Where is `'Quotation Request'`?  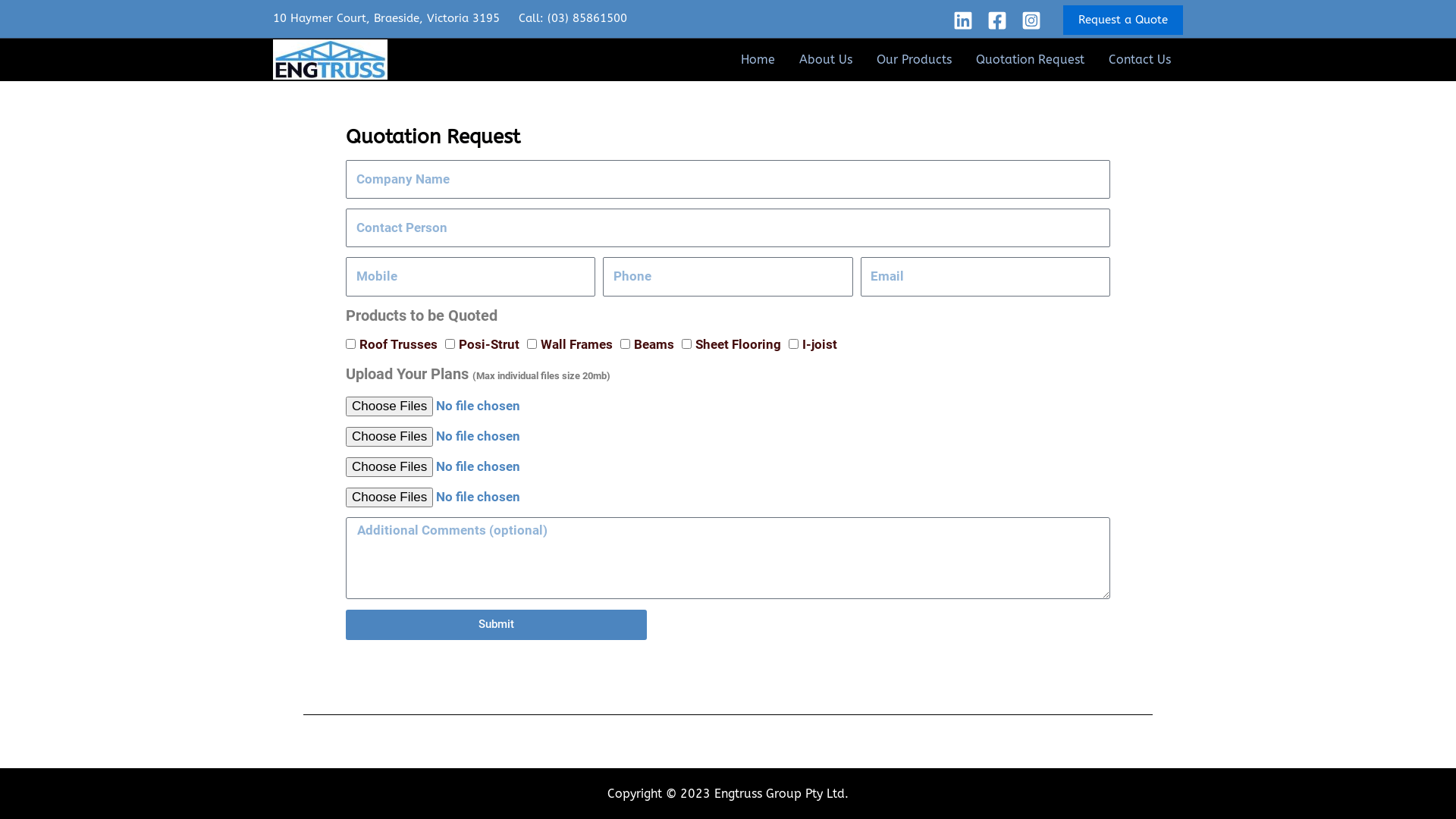
'Quotation Request' is located at coordinates (1030, 58).